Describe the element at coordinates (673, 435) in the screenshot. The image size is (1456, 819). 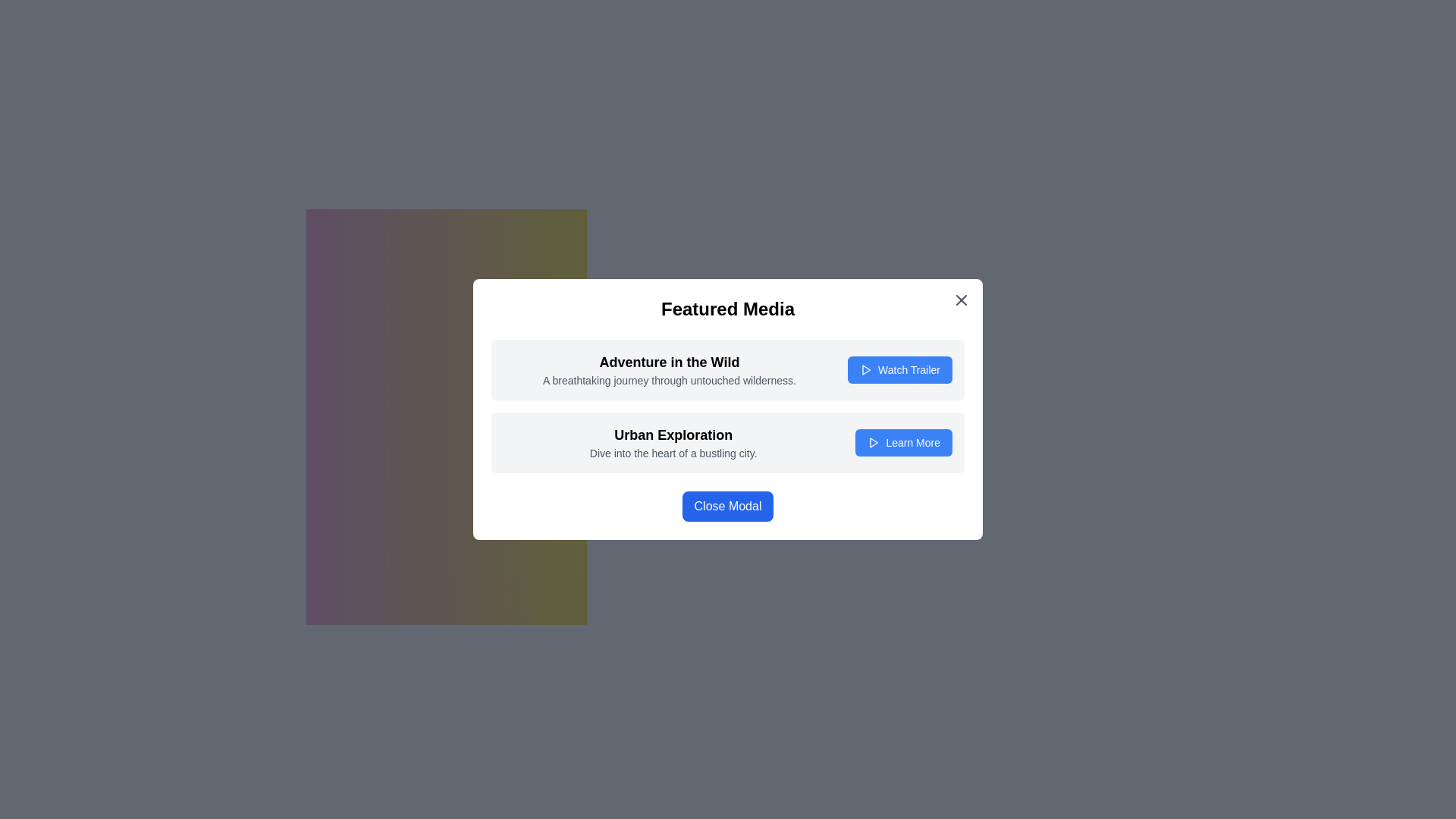
I see `text of the Text Label (Heading) positioned at the top of its group within the modal dialog box, serving as a title for the descriptive text below` at that location.